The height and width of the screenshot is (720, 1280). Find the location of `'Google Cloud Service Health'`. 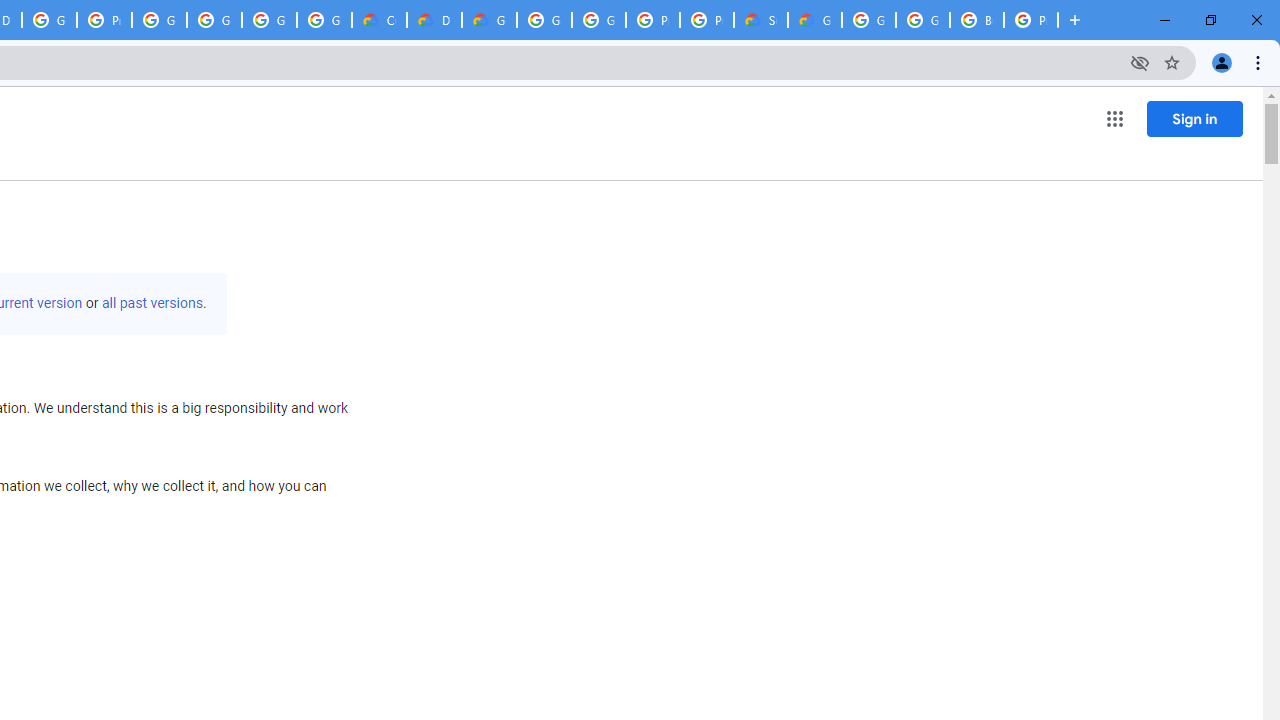

'Google Cloud Service Health' is located at coordinates (815, 20).